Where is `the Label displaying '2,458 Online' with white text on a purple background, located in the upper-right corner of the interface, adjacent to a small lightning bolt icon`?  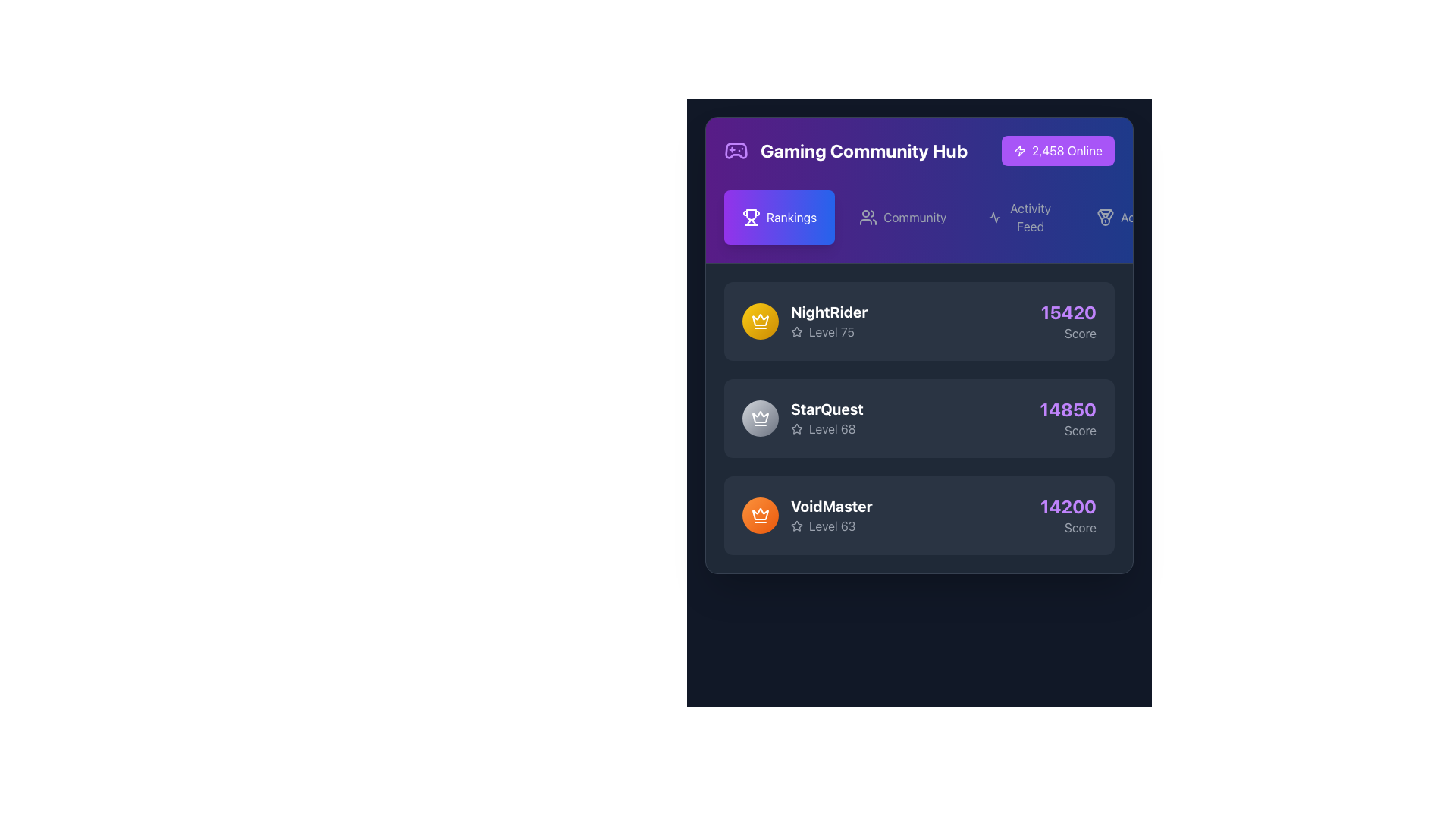
the Label displaying '2,458 Online' with white text on a purple background, located in the upper-right corner of the interface, adjacent to a small lightning bolt icon is located at coordinates (1066, 151).